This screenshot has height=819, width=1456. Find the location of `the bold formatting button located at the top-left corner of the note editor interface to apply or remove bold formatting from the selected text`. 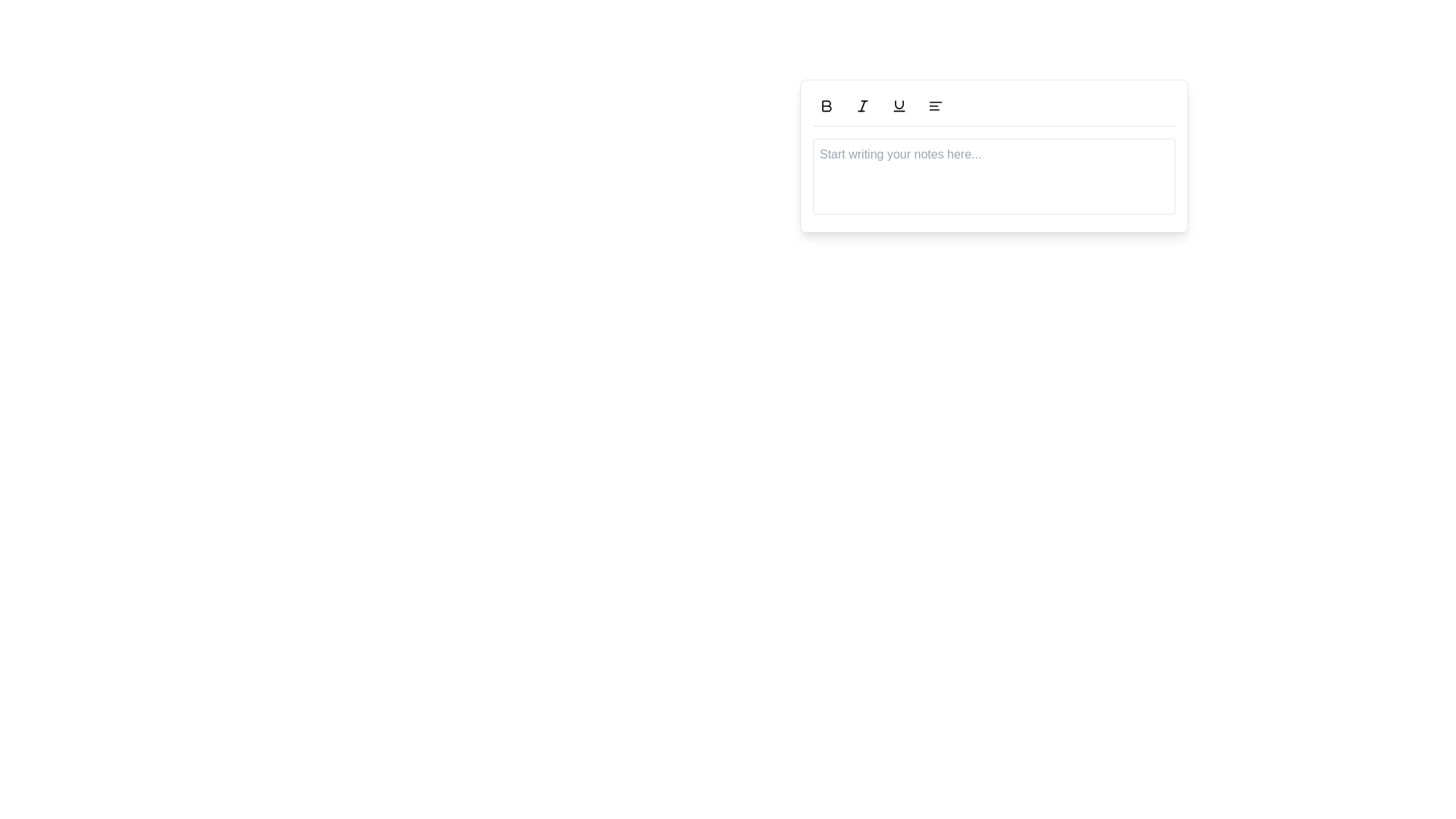

the bold formatting button located at the top-left corner of the note editor interface to apply or remove bold formatting from the selected text is located at coordinates (825, 105).